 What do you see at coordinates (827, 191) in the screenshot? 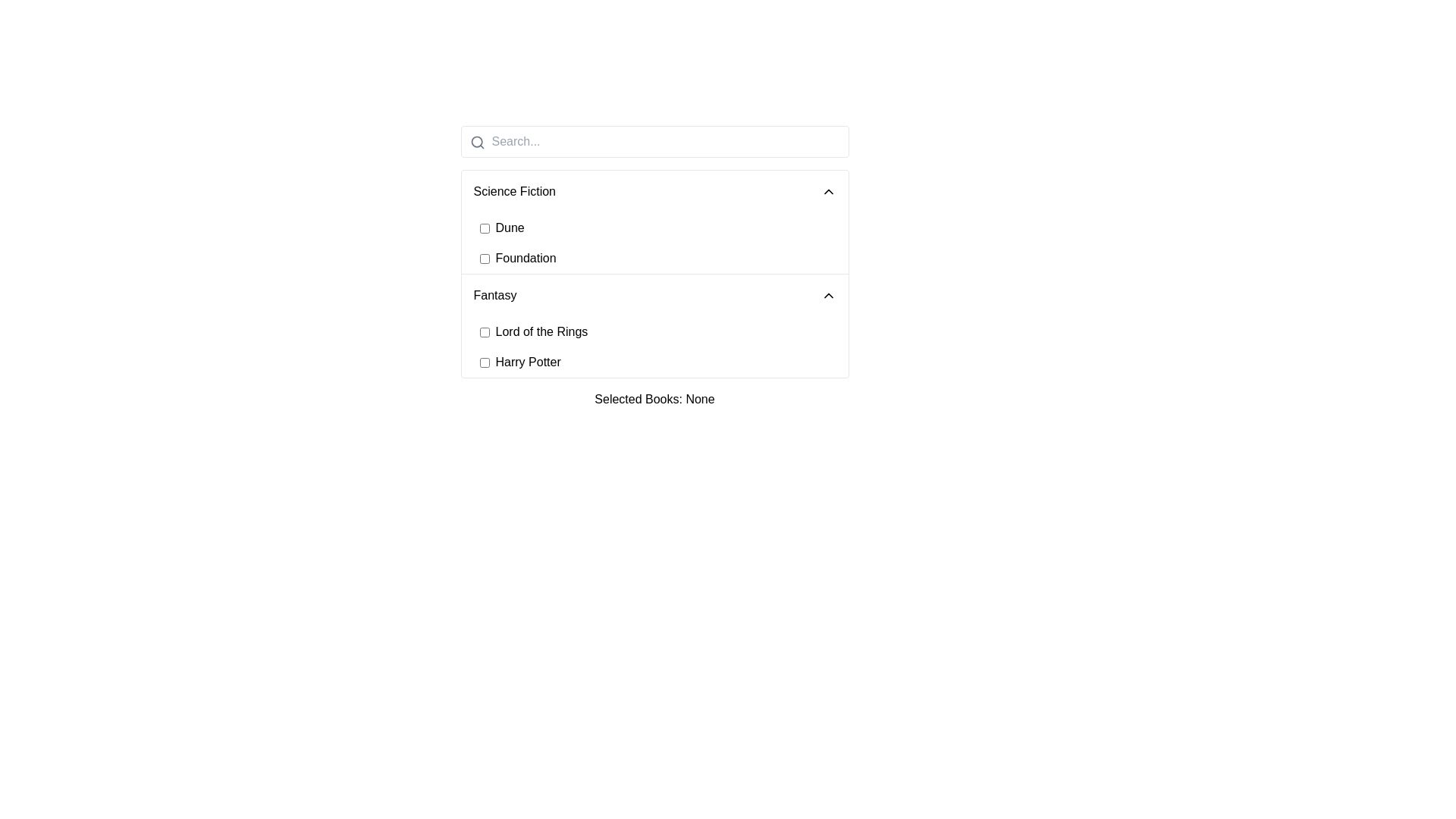
I see `the toggle button located to the far right of the 'Science Fiction' section` at bounding box center [827, 191].